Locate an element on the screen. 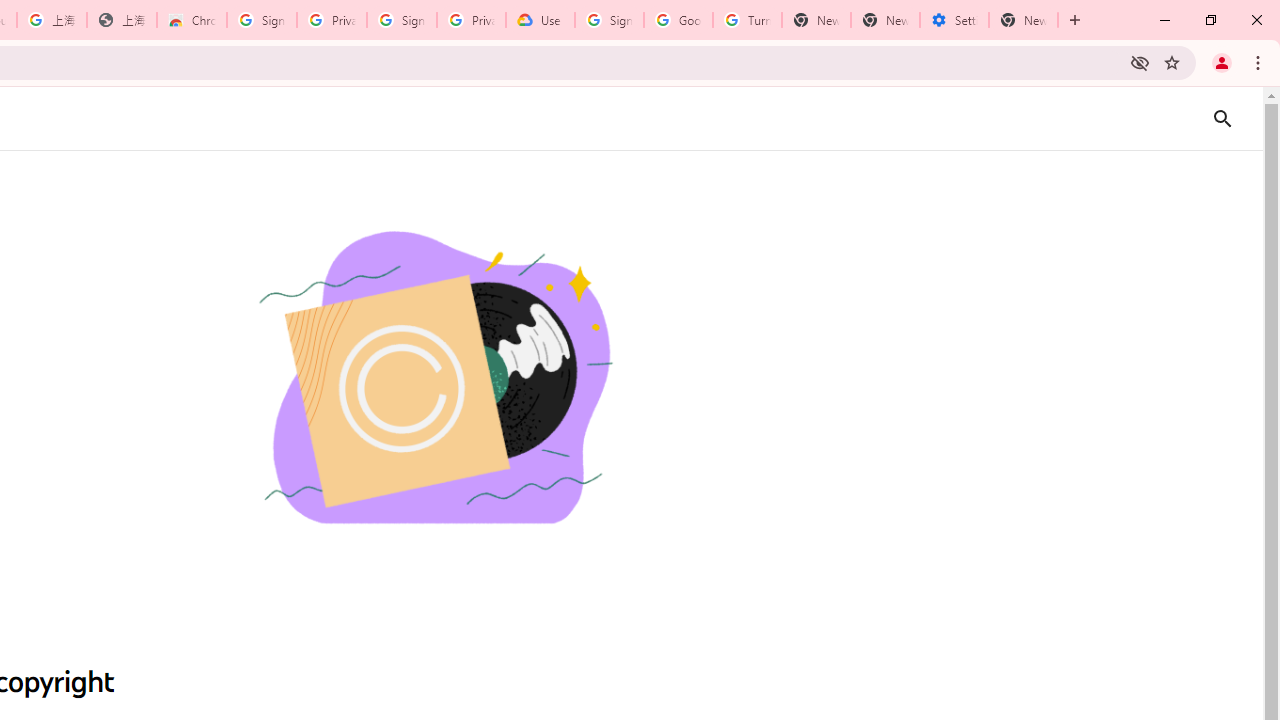 The height and width of the screenshot is (720, 1280). 'Settings - System' is located at coordinates (953, 20).